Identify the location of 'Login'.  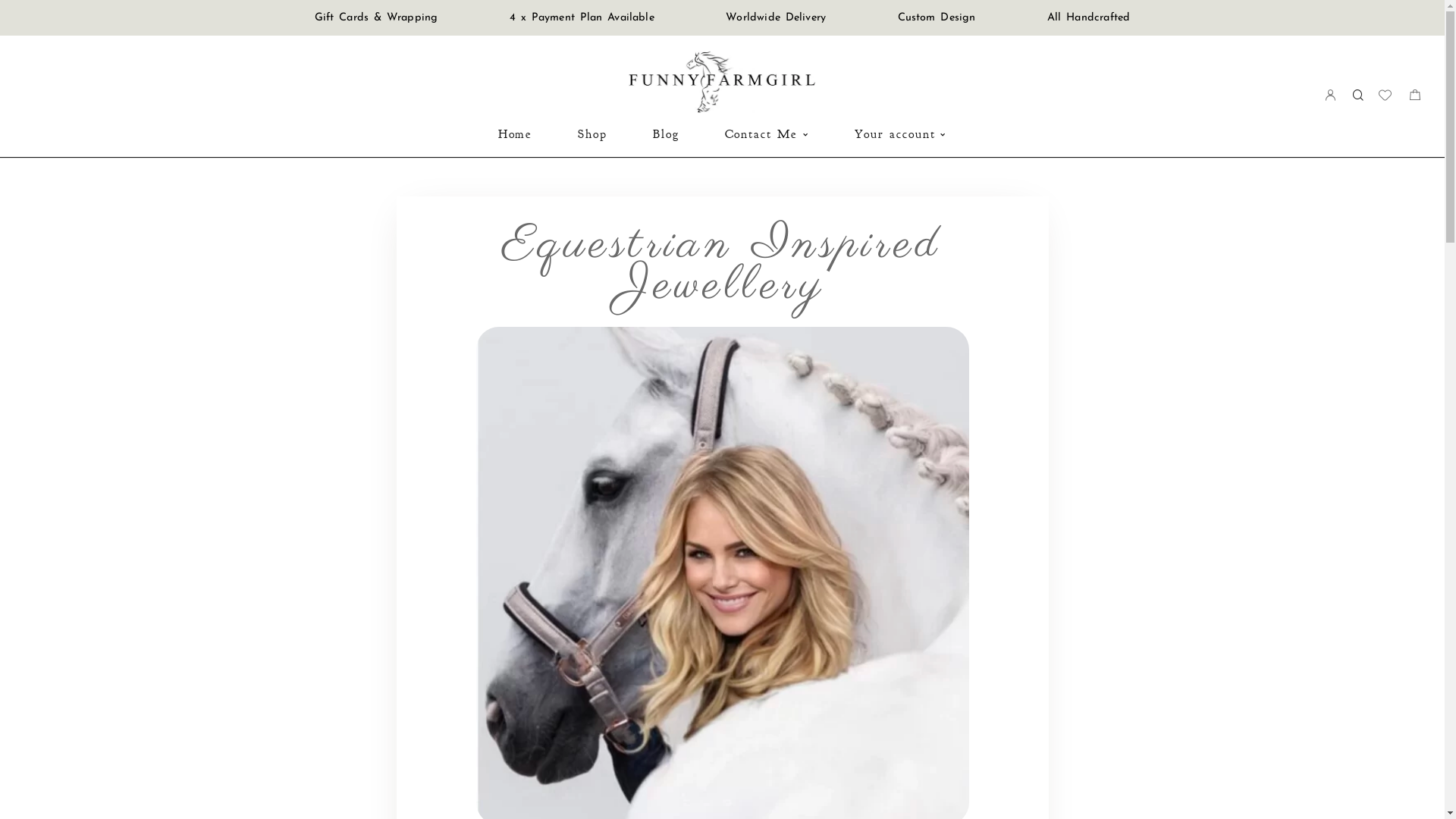
(1316, 96).